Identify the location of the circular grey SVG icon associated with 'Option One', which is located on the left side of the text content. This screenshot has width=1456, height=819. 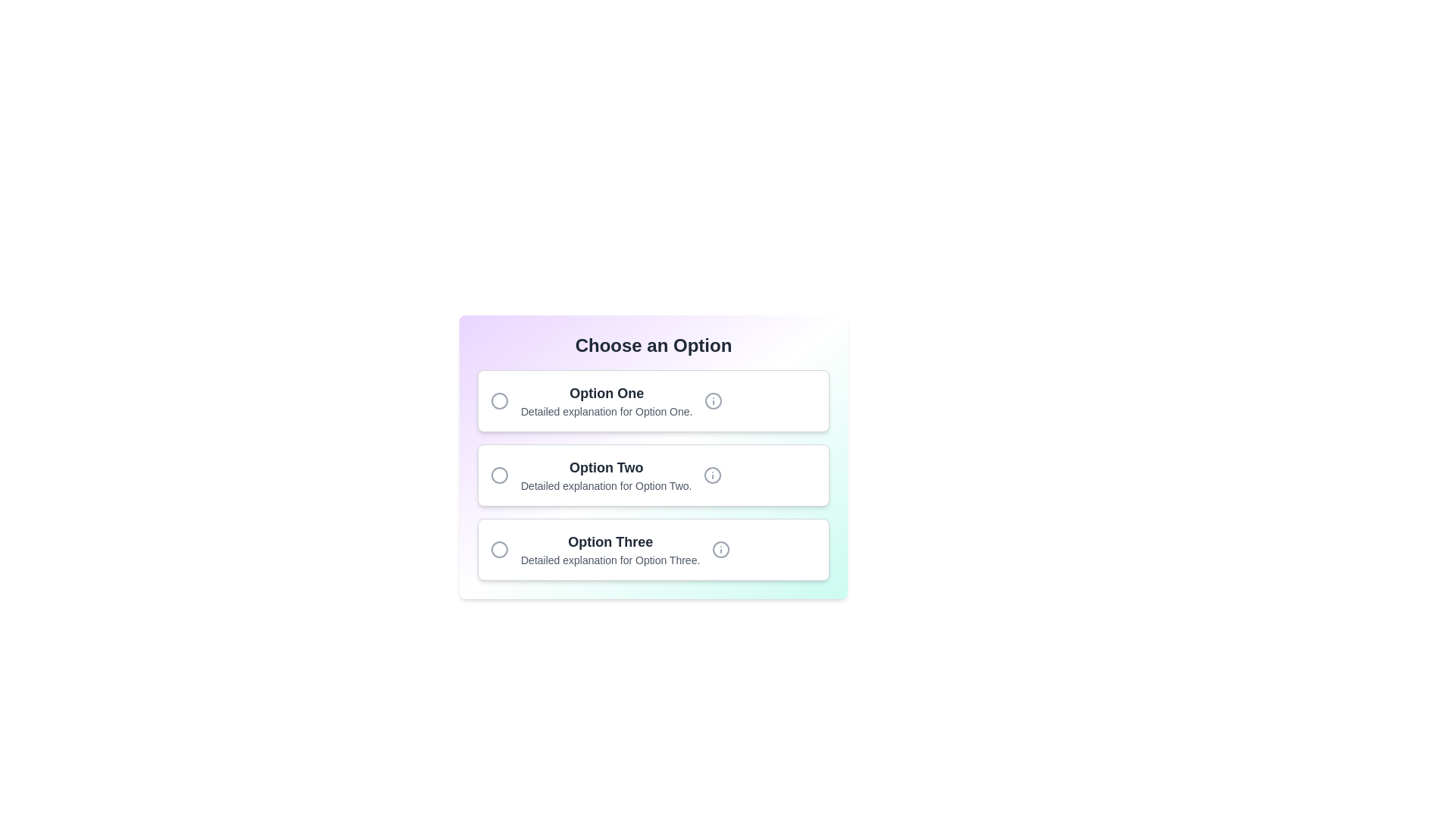
(499, 400).